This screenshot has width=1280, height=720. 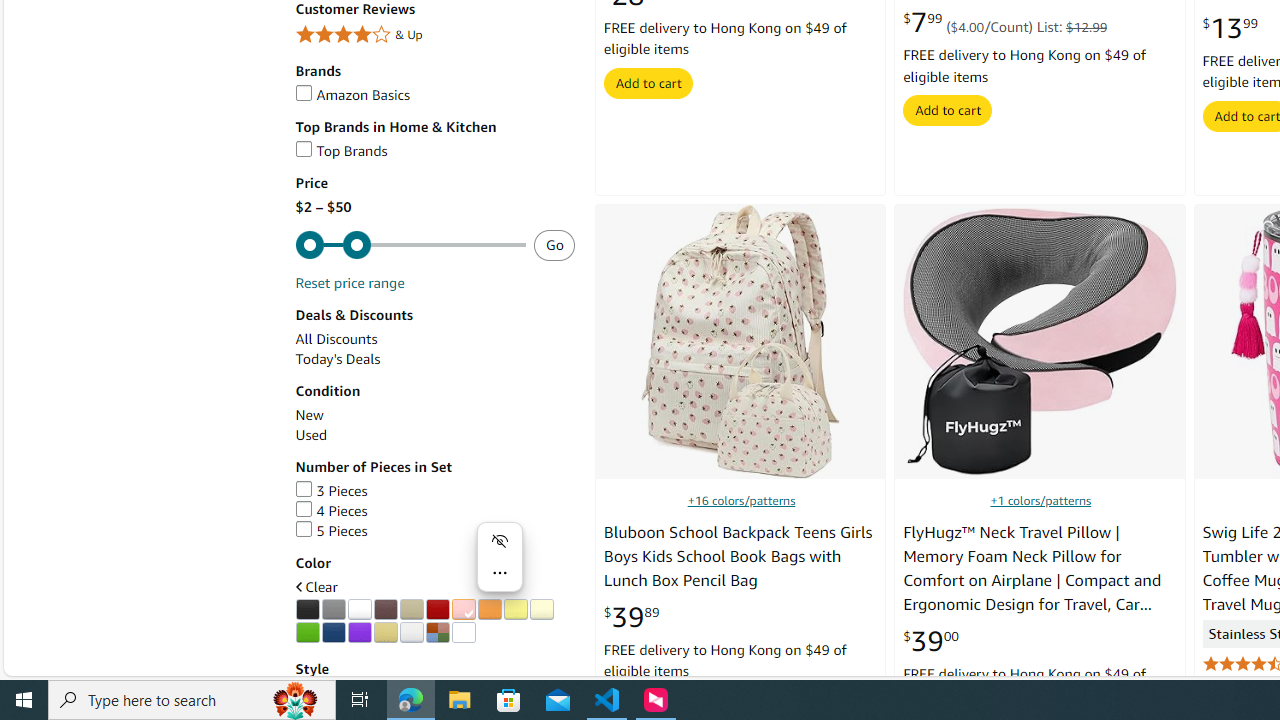 I want to click on 'Used', so click(x=310, y=434).